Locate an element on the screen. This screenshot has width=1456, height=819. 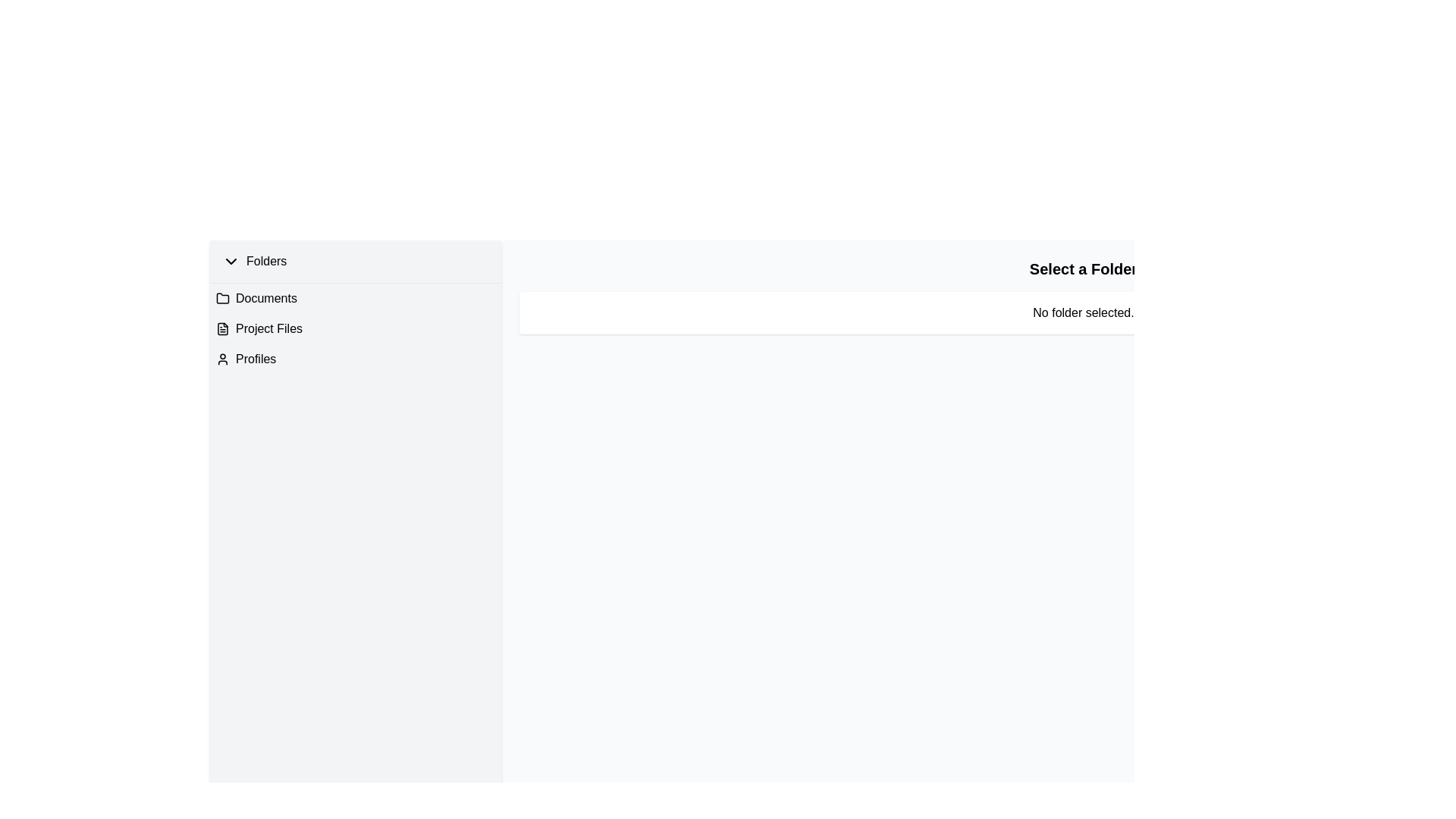
the expand/collapse icon located to the immediate left of the 'Folders' label in the left panel is located at coordinates (231, 260).